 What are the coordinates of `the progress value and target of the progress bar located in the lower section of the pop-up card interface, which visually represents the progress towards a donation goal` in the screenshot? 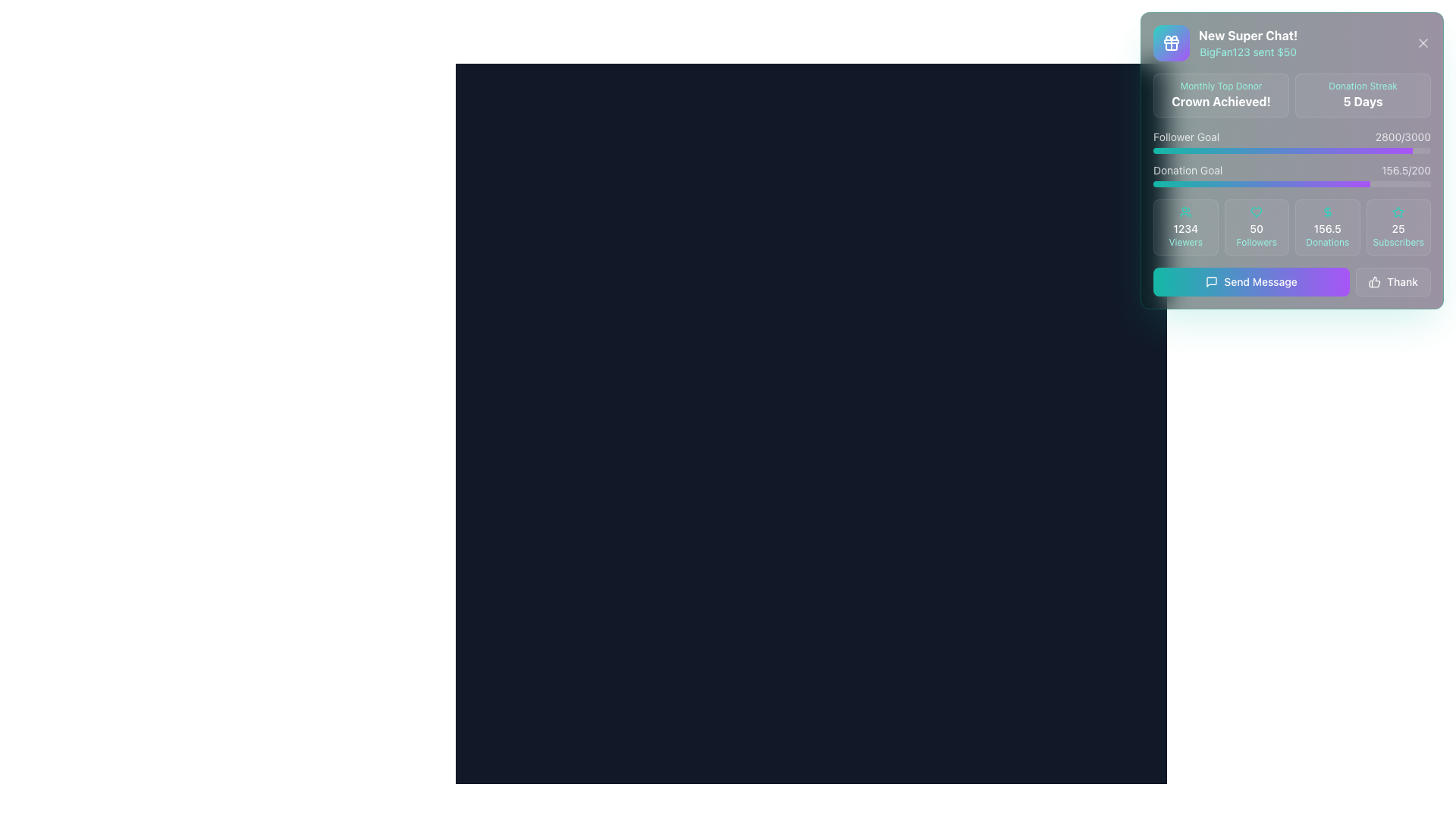 It's located at (1291, 174).